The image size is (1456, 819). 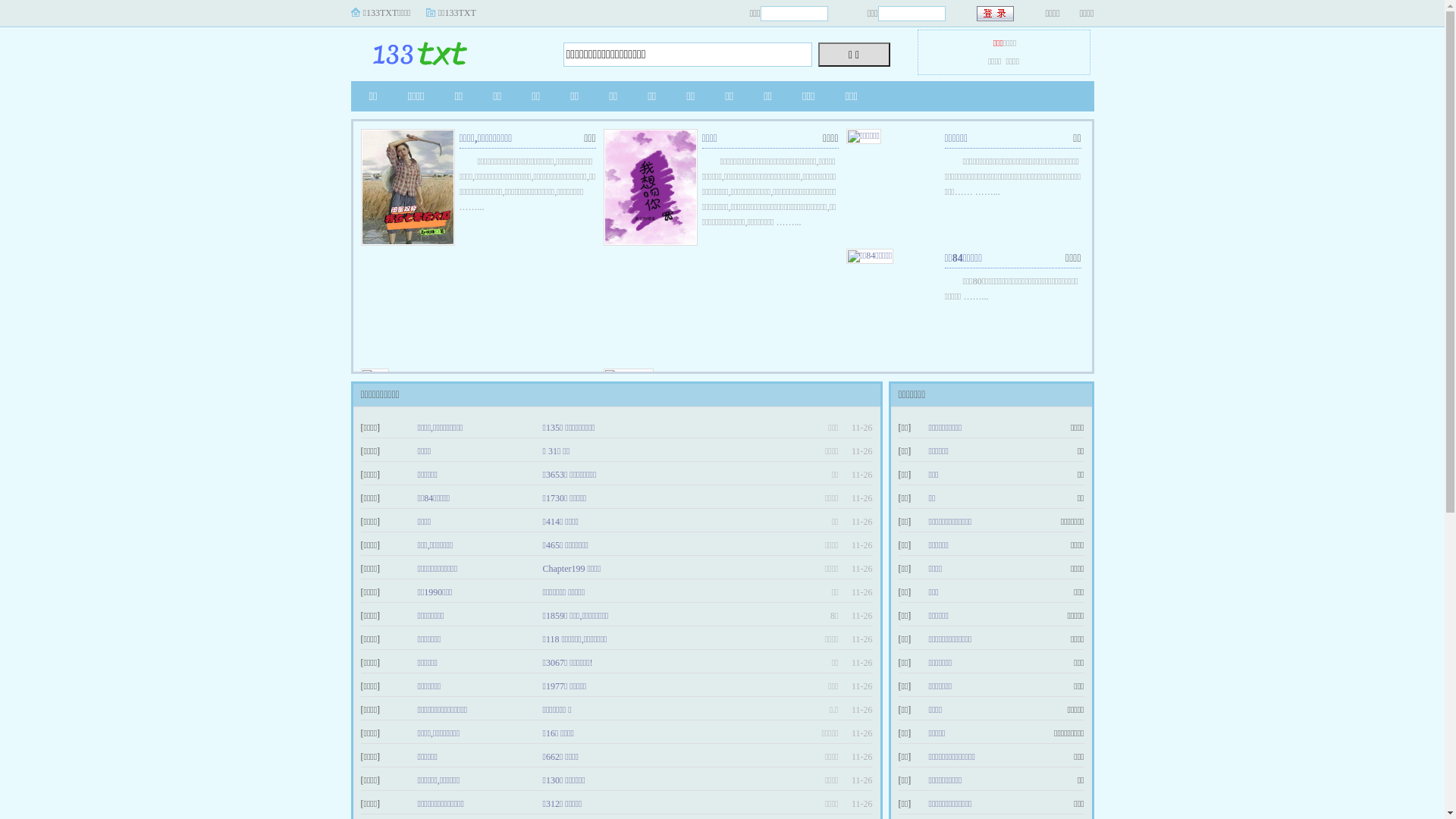 What do you see at coordinates (444, 49) in the screenshot?
I see `'133TXT'` at bounding box center [444, 49].